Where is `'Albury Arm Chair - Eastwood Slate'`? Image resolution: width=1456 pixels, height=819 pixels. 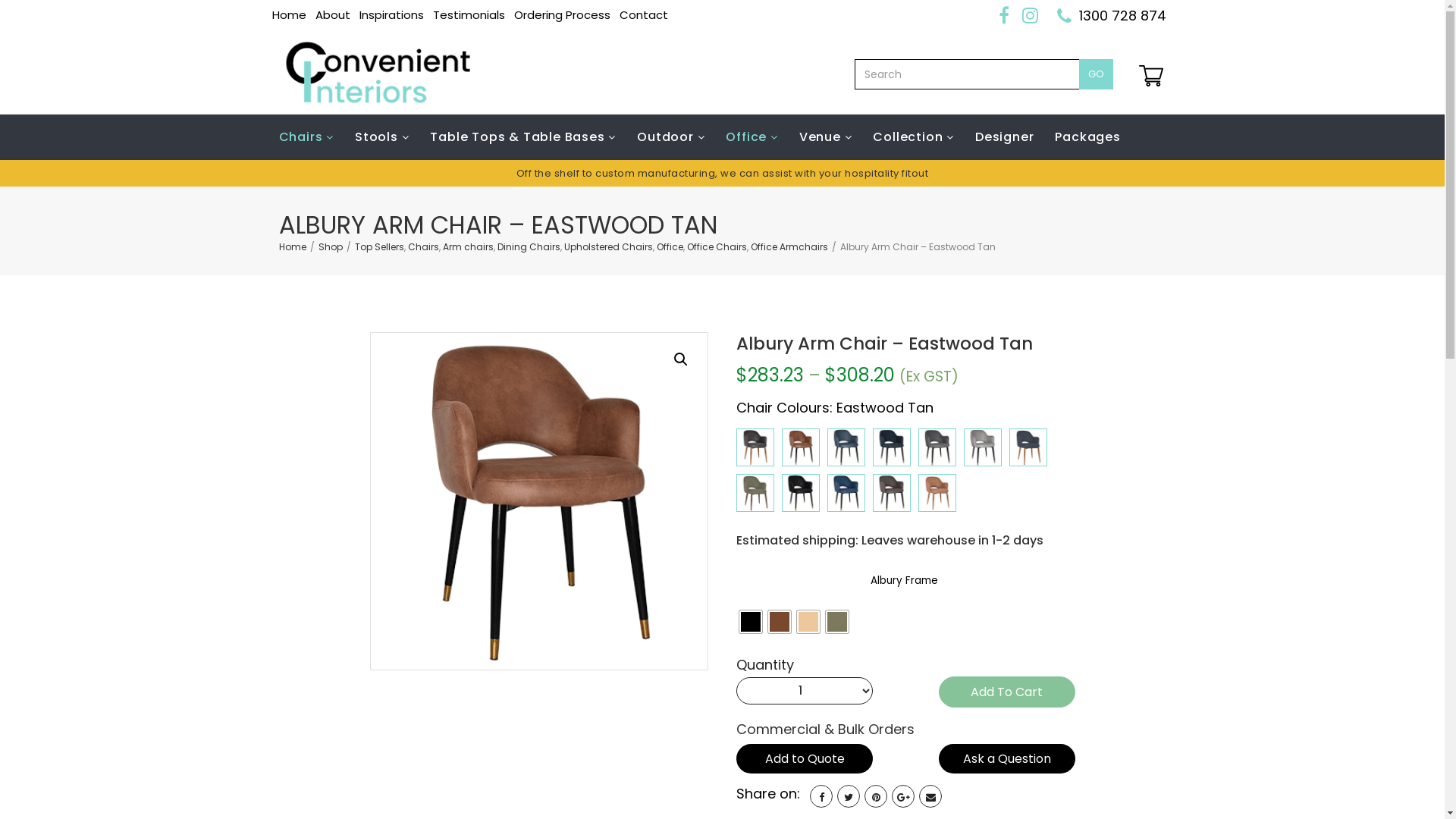
'Albury Arm Chair - Eastwood Slate' is located at coordinates (755, 447).